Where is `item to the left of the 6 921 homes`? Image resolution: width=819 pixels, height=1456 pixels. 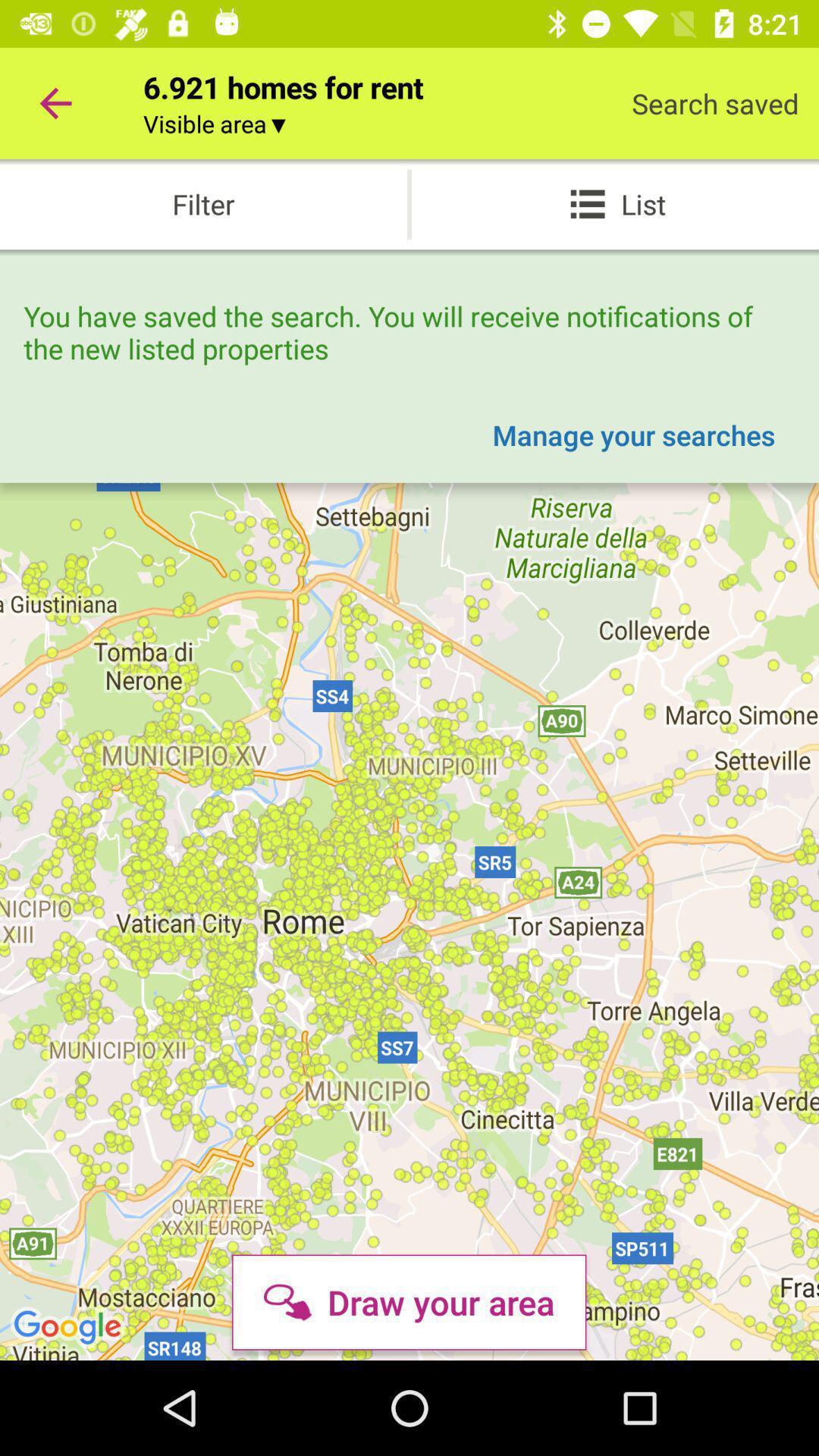 item to the left of the 6 921 homes is located at coordinates (55, 102).